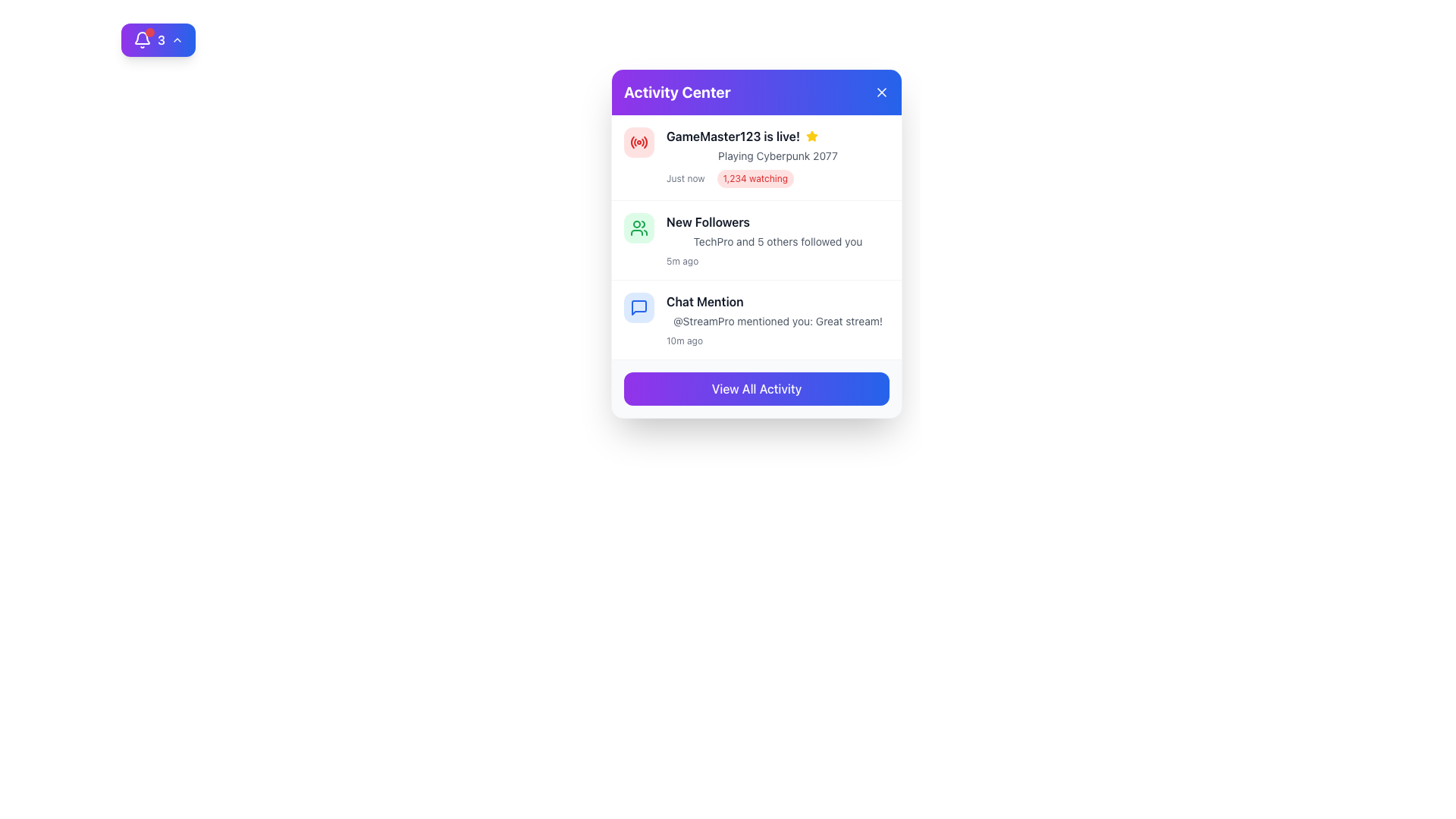 The height and width of the screenshot is (819, 1456). What do you see at coordinates (757, 240) in the screenshot?
I see `the notification entry titled 'New Followers' which is the second item in the Activity Center, to navigate or highlight it` at bounding box center [757, 240].